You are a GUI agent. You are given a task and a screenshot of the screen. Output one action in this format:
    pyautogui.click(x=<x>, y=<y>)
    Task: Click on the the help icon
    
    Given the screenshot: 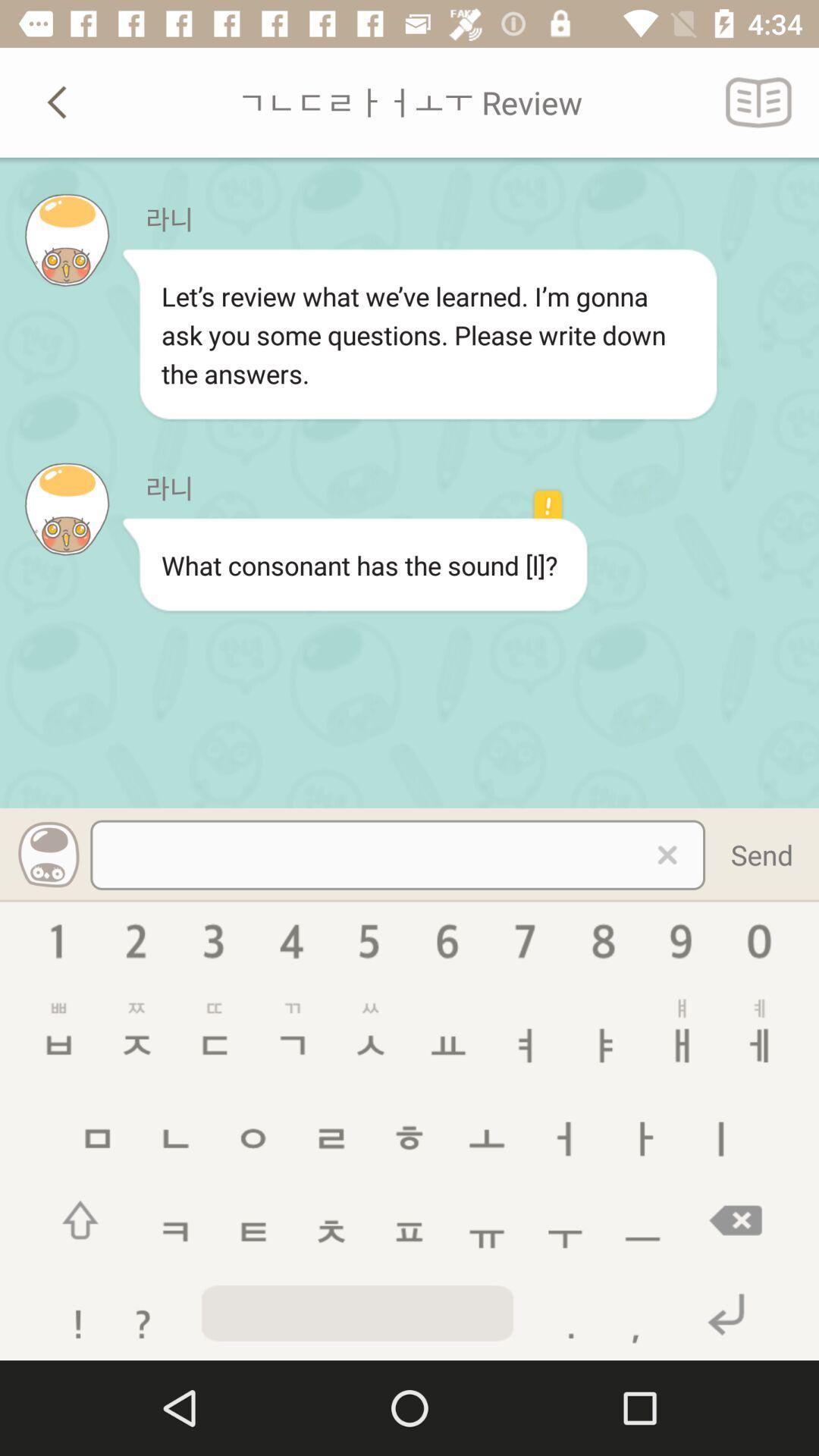 What is the action you would take?
    pyautogui.click(x=143, y=1313)
    